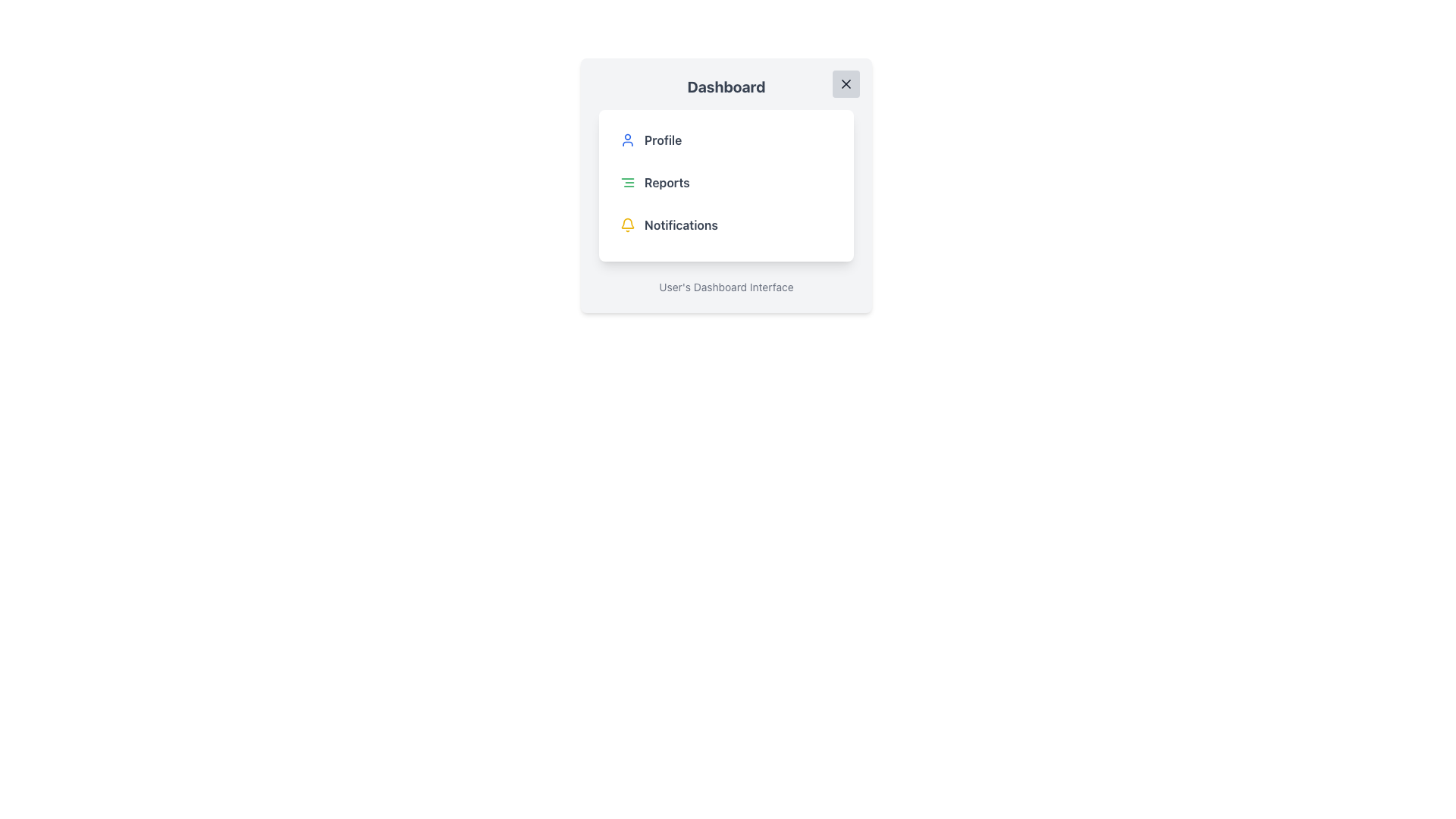 The width and height of the screenshot is (1456, 819). Describe the element at coordinates (726, 225) in the screenshot. I see `the third List Item labeled 'Notifications' in the Dashboard section to change its background color` at that location.